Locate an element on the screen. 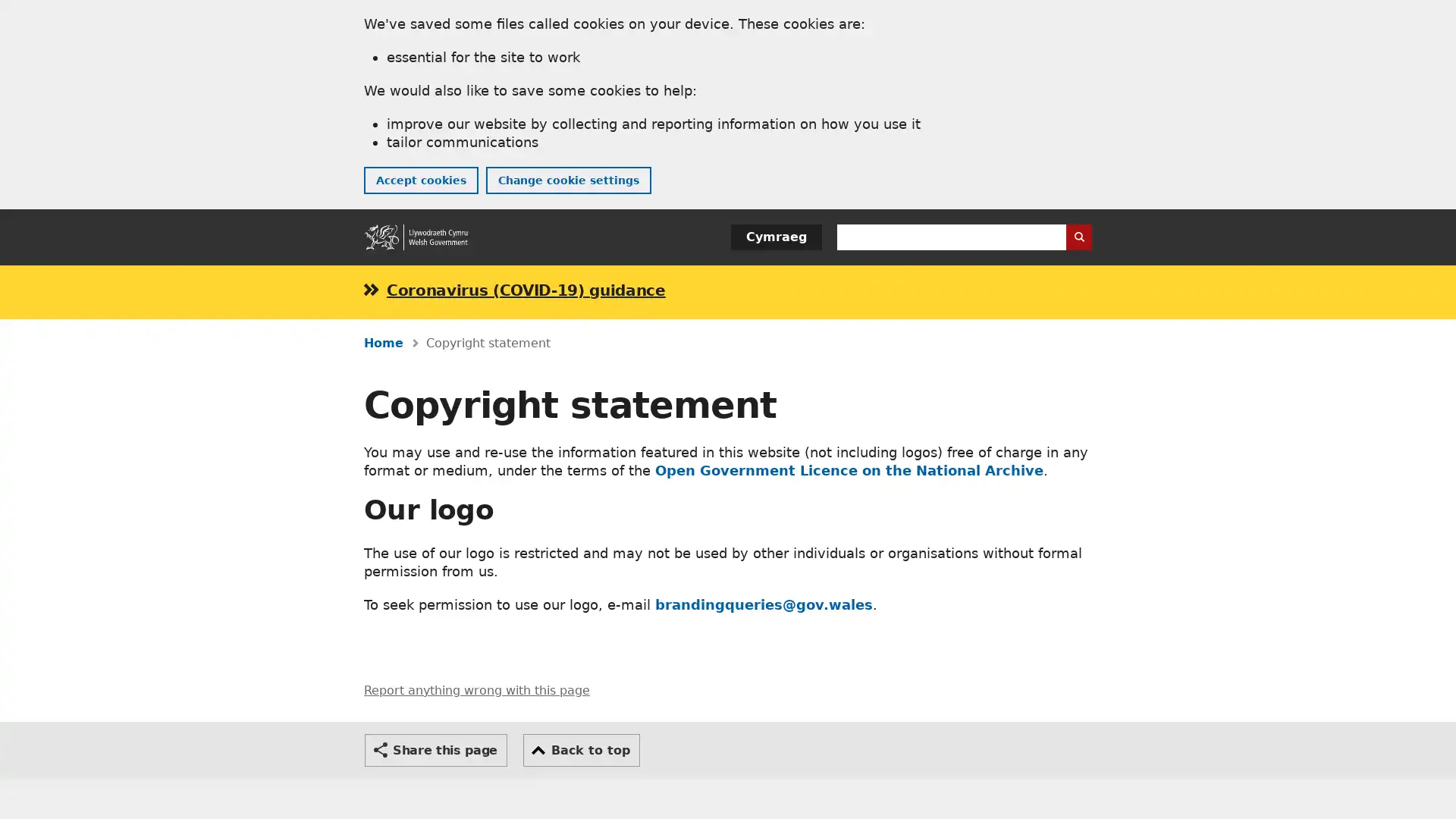 The height and width of the screenshot is (819, 1456). Accept cookies is located at coordinates (421, 180).